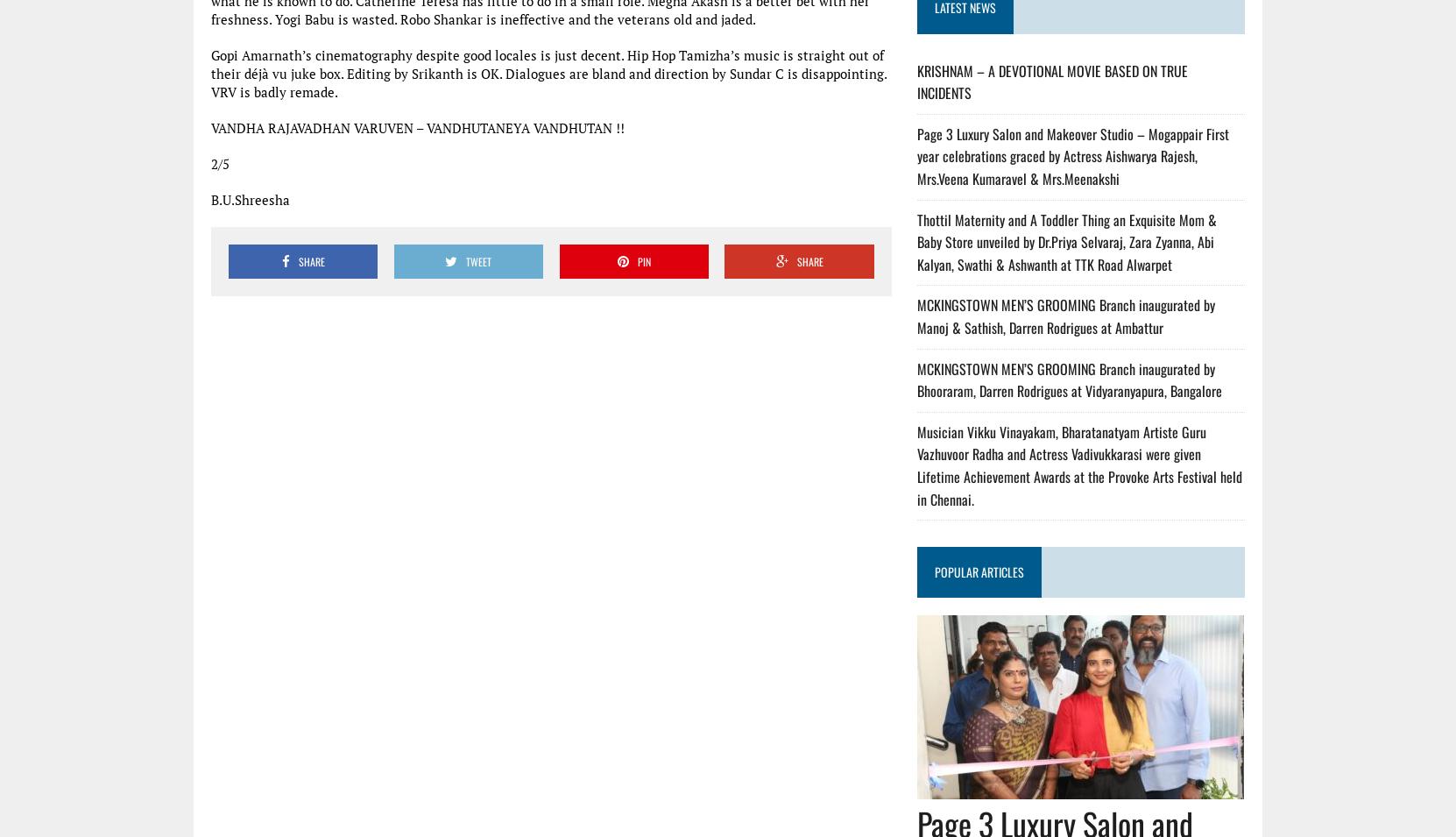  Describe the element at coordinates (979, 571) in the screenshot. I see `'POPULAR ARTICLES'` at that location.